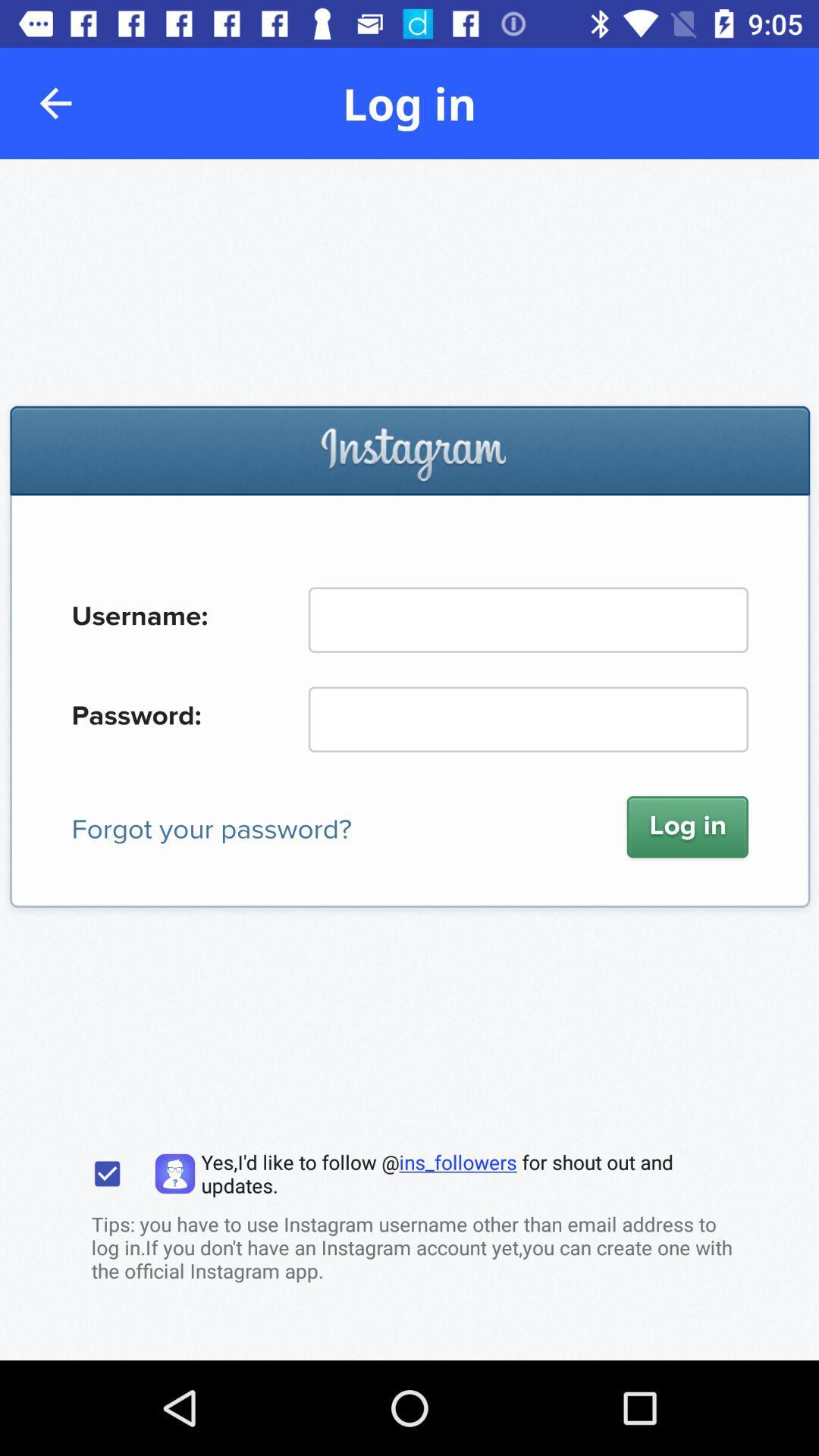 The image size is (819, 1456). What do you see at coordinates (106, 1173) in the screenshot?
I see `selection box` at bounding box center [106, 1173].